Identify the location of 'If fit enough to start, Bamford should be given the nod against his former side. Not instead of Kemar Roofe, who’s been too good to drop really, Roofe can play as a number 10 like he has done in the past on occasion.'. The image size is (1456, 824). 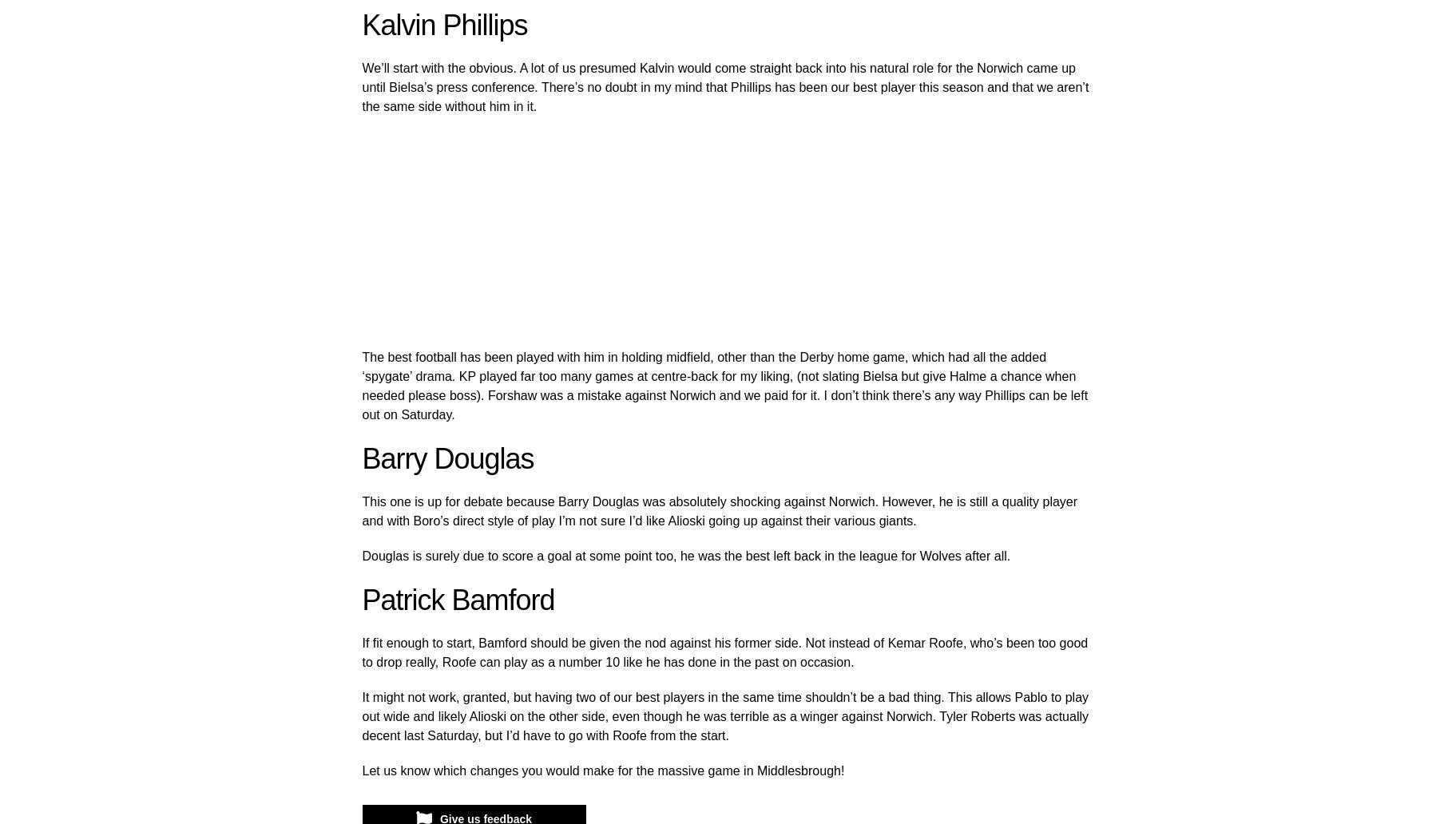
(724, 652).